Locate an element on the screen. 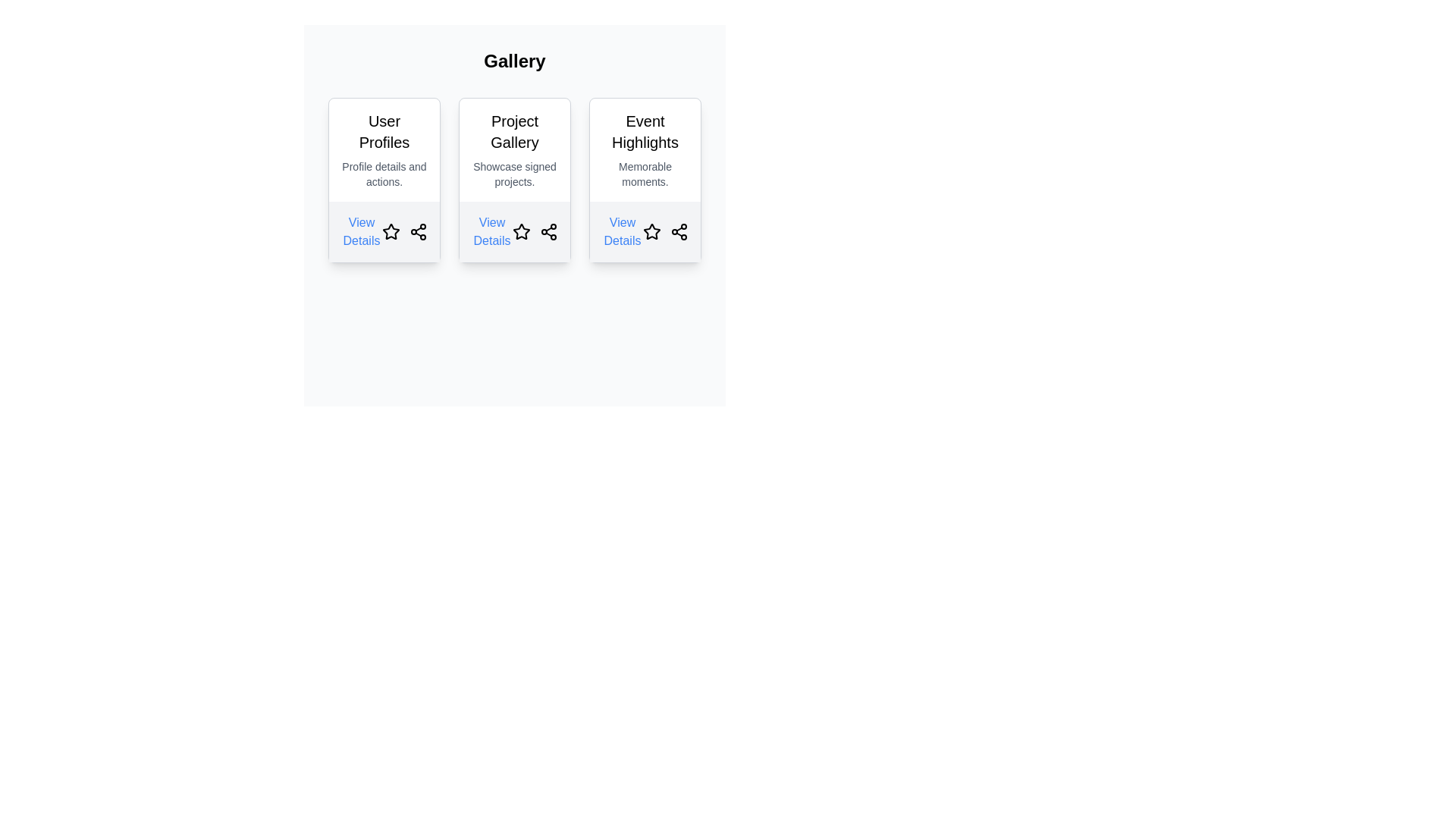 The height and width of the screenshot is (819, 1456). the Share button, which is an SVG graphic resembling a sharing symbol located in the Project Gallery card, aligned to the right of the star icon is located at coordinates (548, 231).